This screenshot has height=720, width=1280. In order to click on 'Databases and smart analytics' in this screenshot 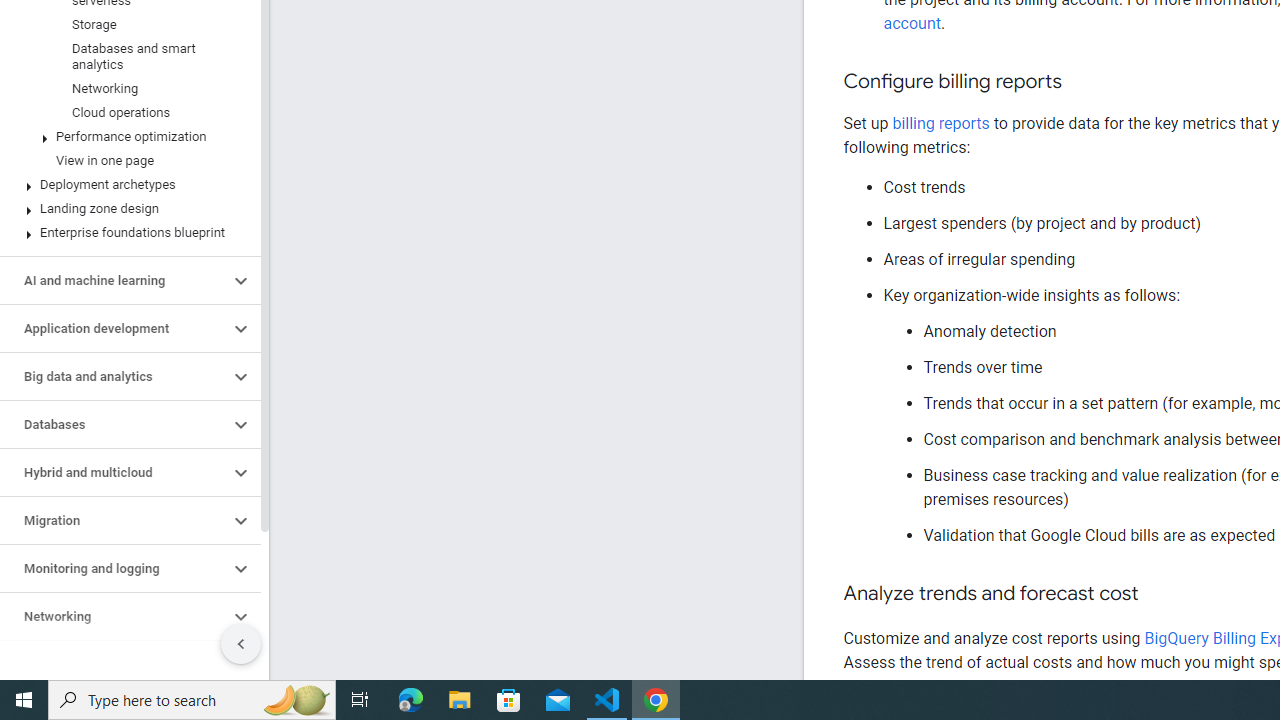, I will do `click(125, 55)`.